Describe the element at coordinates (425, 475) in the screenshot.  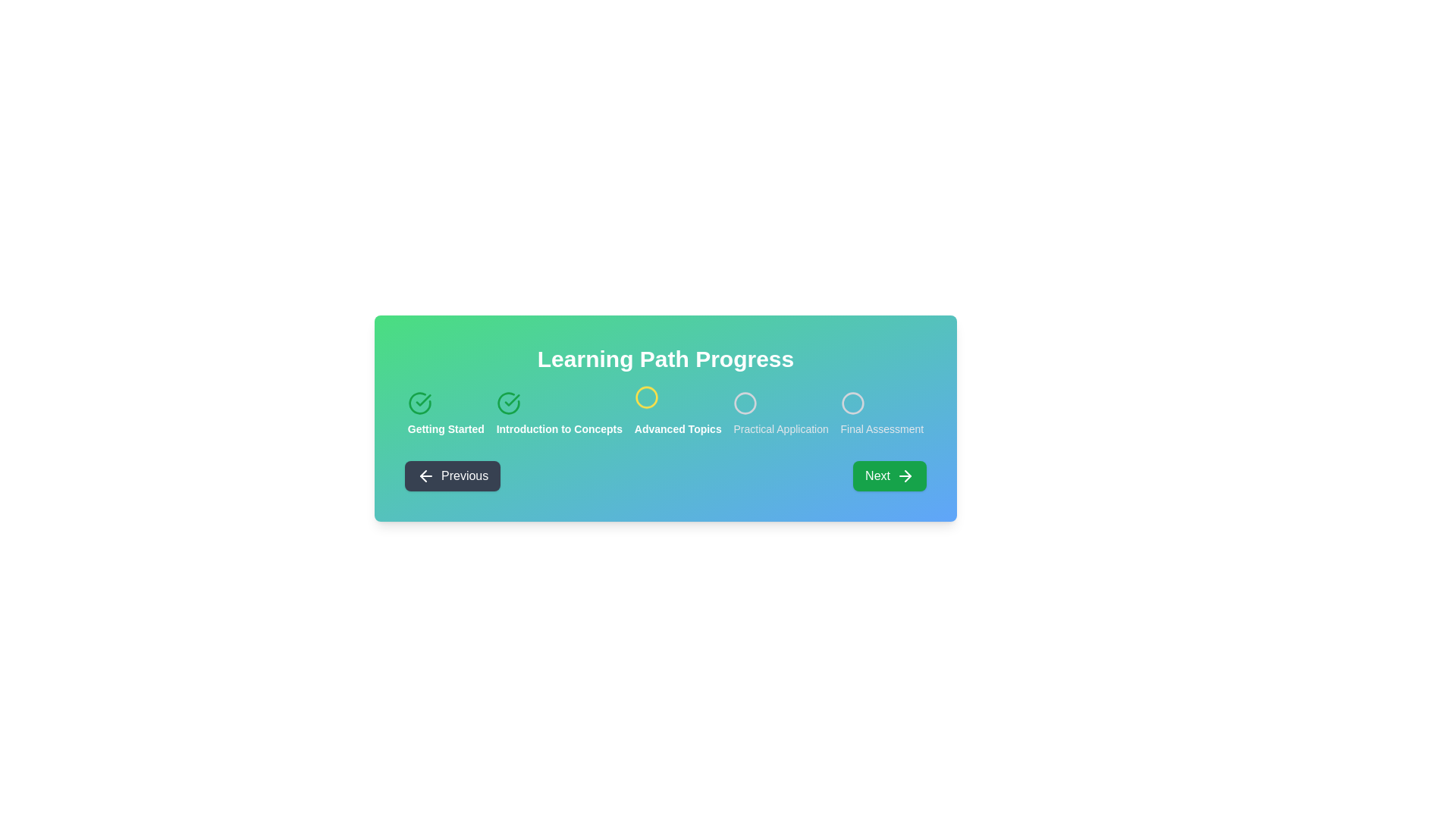
I see `the leftward arrow icon within the 'Previous' button` at that location.